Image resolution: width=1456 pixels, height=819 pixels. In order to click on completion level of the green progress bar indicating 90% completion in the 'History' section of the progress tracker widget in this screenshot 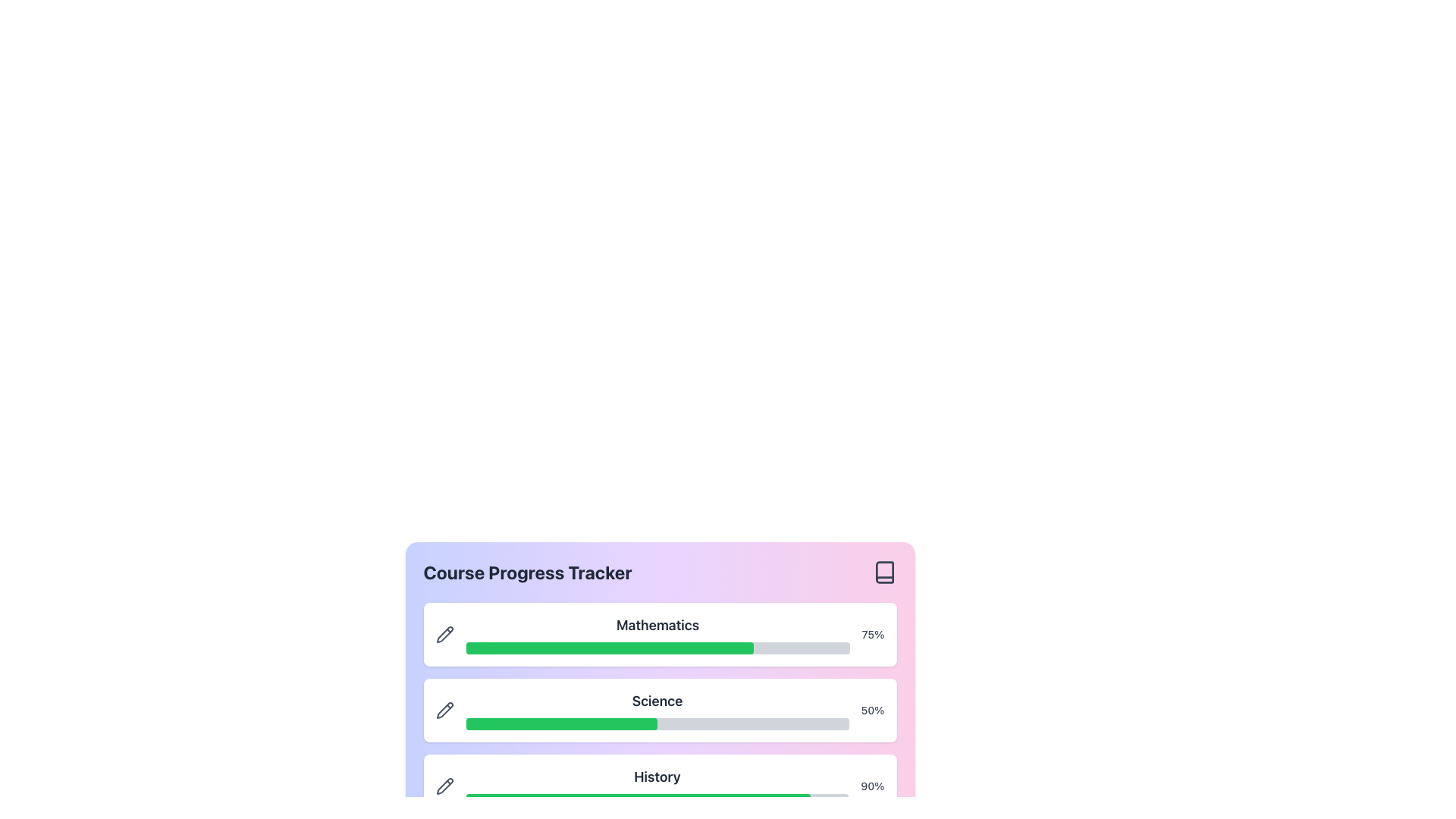, I will do `click(638, 799)`.